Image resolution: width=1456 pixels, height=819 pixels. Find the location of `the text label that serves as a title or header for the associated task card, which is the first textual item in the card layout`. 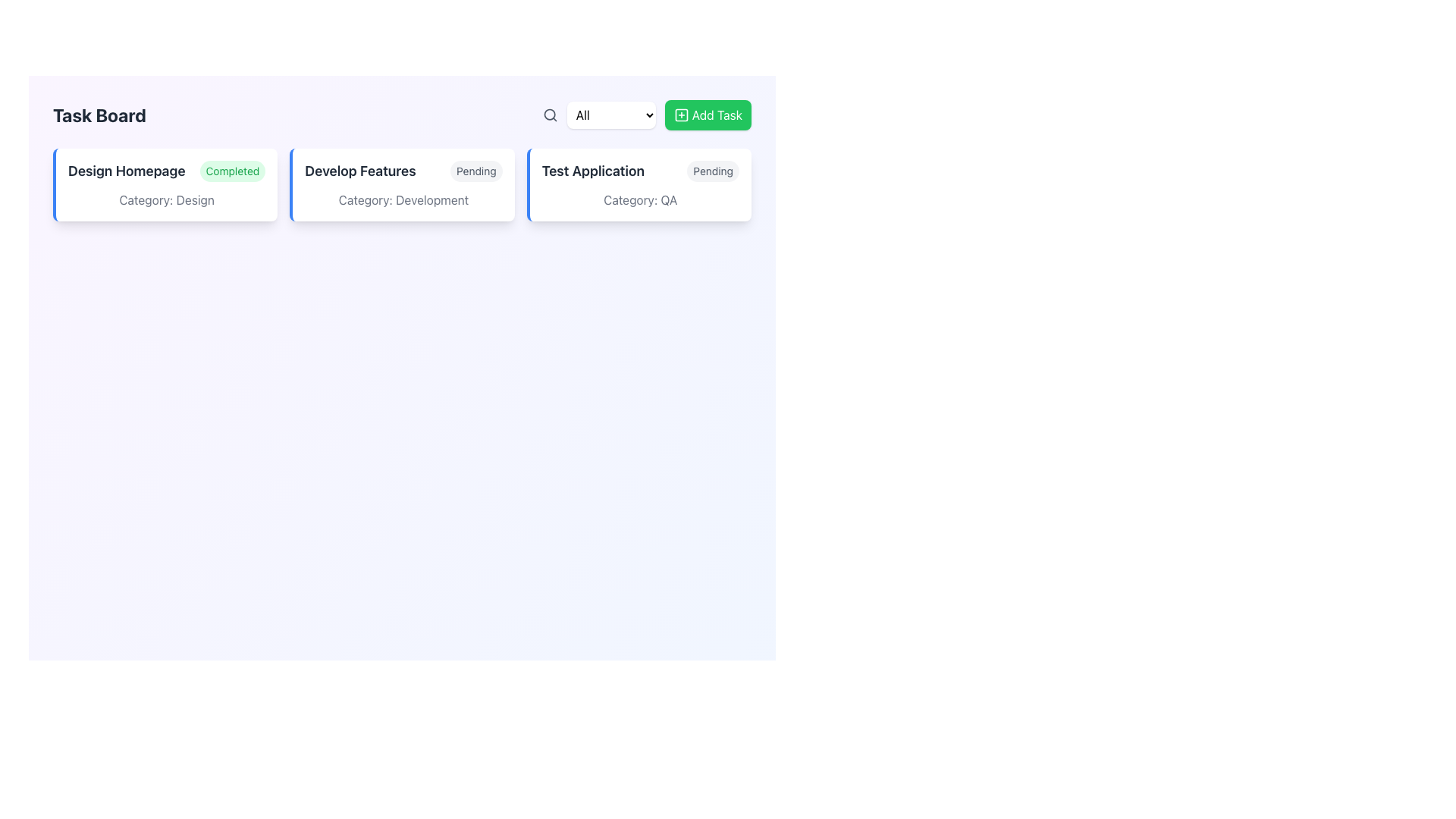

the text label that serves as a title or header for the associated task card, which is the first textual item in the card layout is located at coordinates (592, 171).